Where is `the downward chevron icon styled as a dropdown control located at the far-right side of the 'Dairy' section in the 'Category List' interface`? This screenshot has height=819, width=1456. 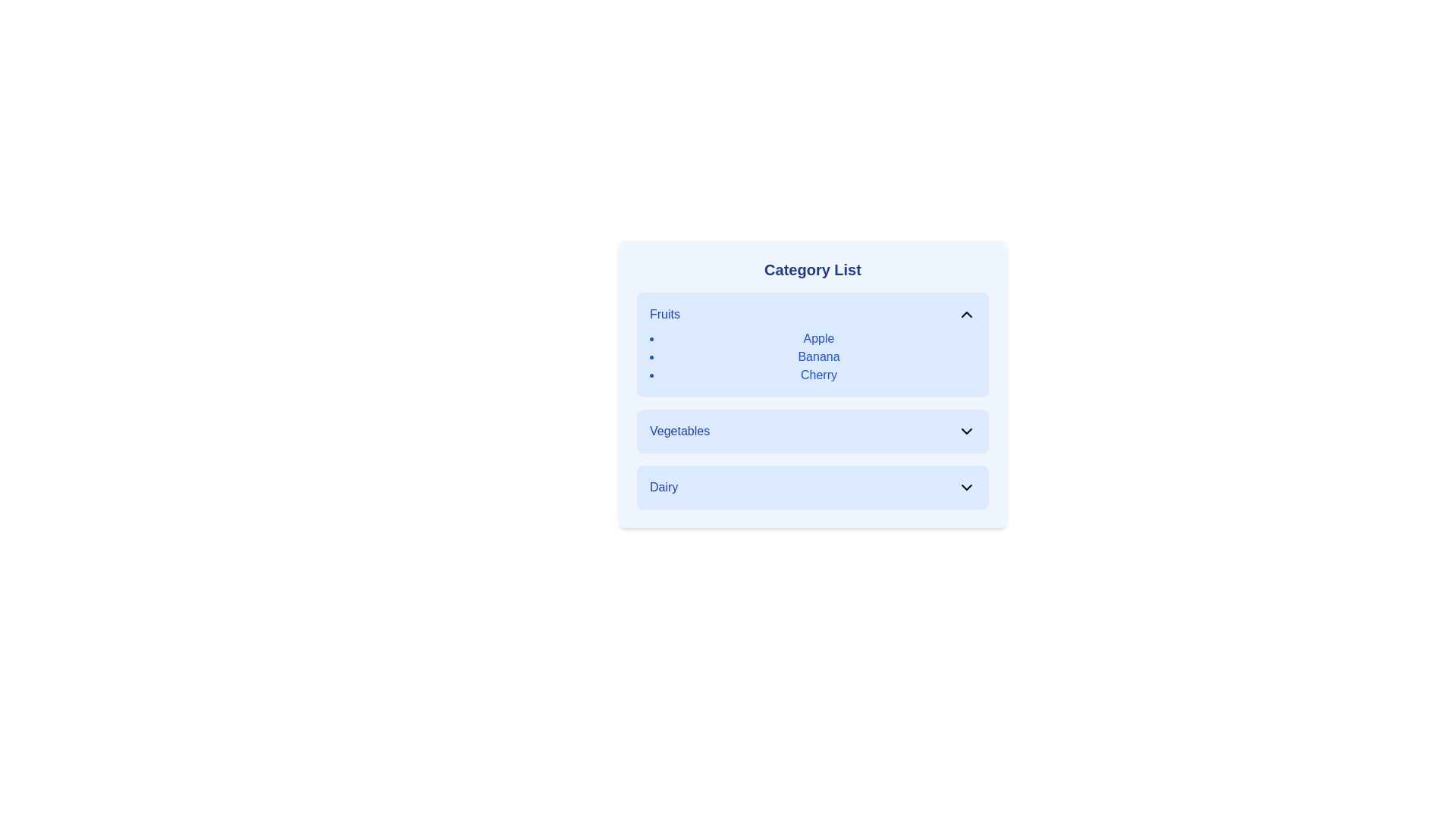
the downward chevron icon styled as a dropdown control located at the far-right side of the 'Dairy' section in the 'Category List' interface is located at coordinates (966, 488).